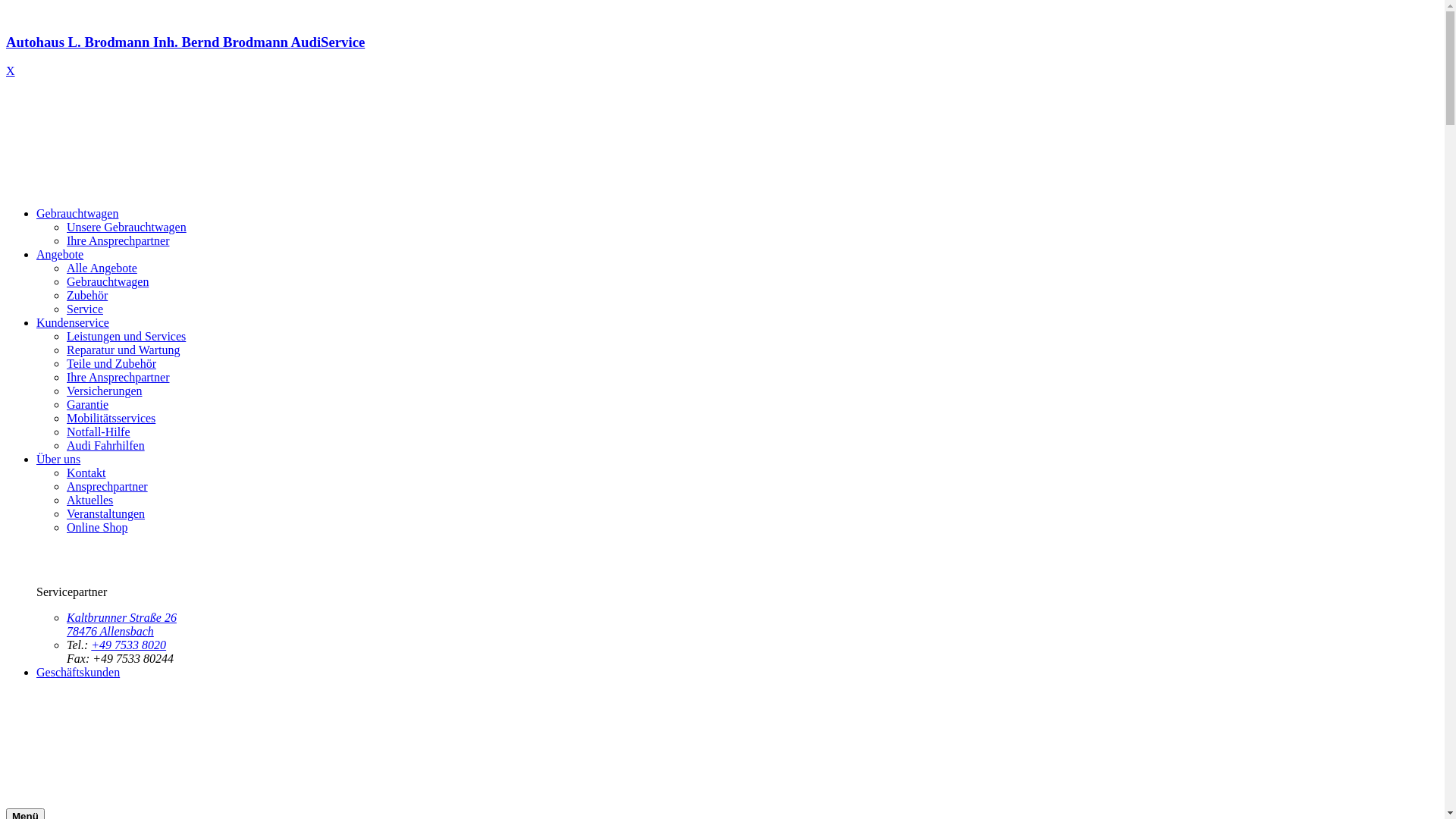  Describe the element at coordinates (83, 308) in the screenshot. I see `'Service'` at that location.